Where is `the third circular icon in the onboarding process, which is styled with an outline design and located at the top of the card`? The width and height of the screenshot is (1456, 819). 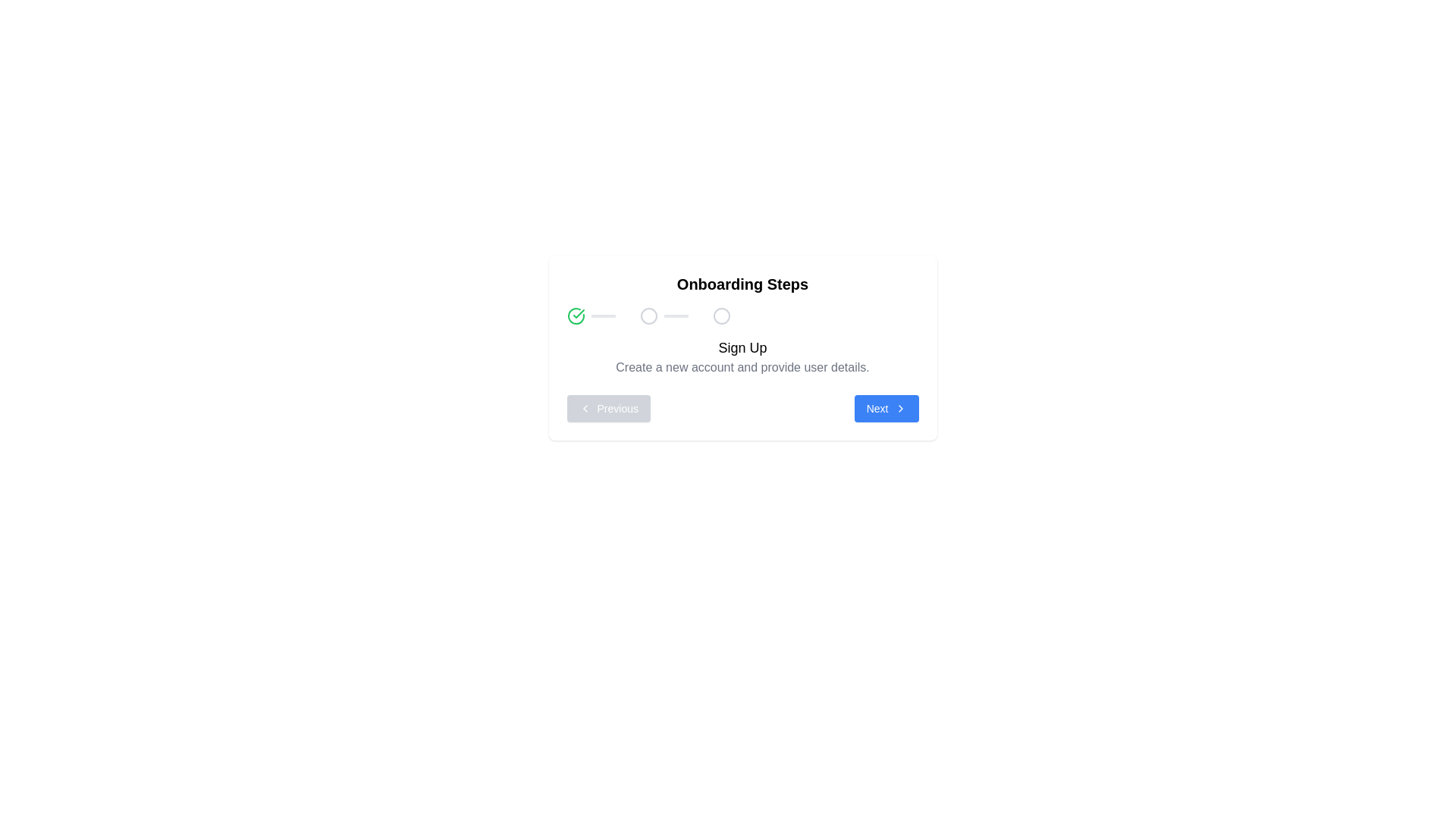 the third circular icon in the onboarding process, which is styled with an outline design and located at the top of the card is located at coordinates (720, 315).